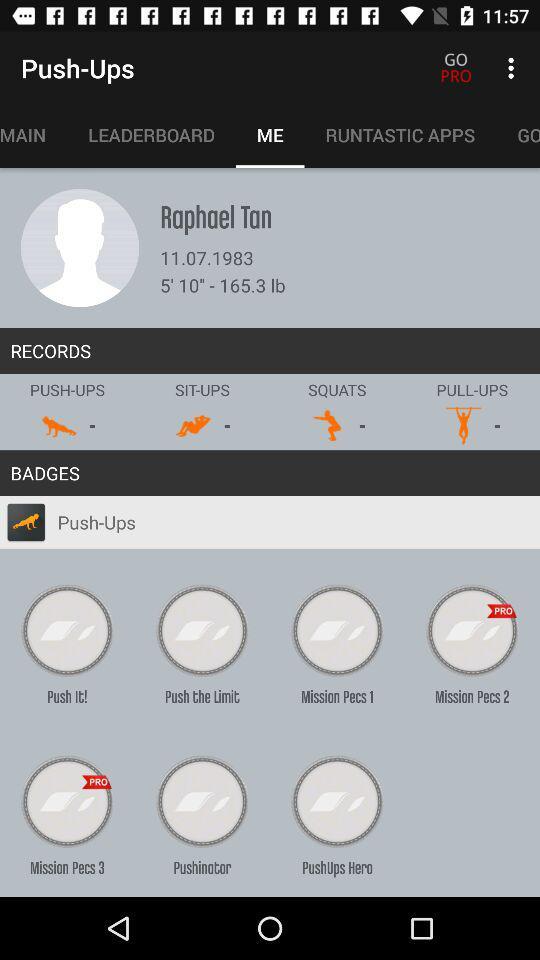 Image resolution: width=540 pixels, height=960 pixels. Describe the element at coordinates (400, 134) in the screenshot. I see `icon to the right of the me icon` at that location.